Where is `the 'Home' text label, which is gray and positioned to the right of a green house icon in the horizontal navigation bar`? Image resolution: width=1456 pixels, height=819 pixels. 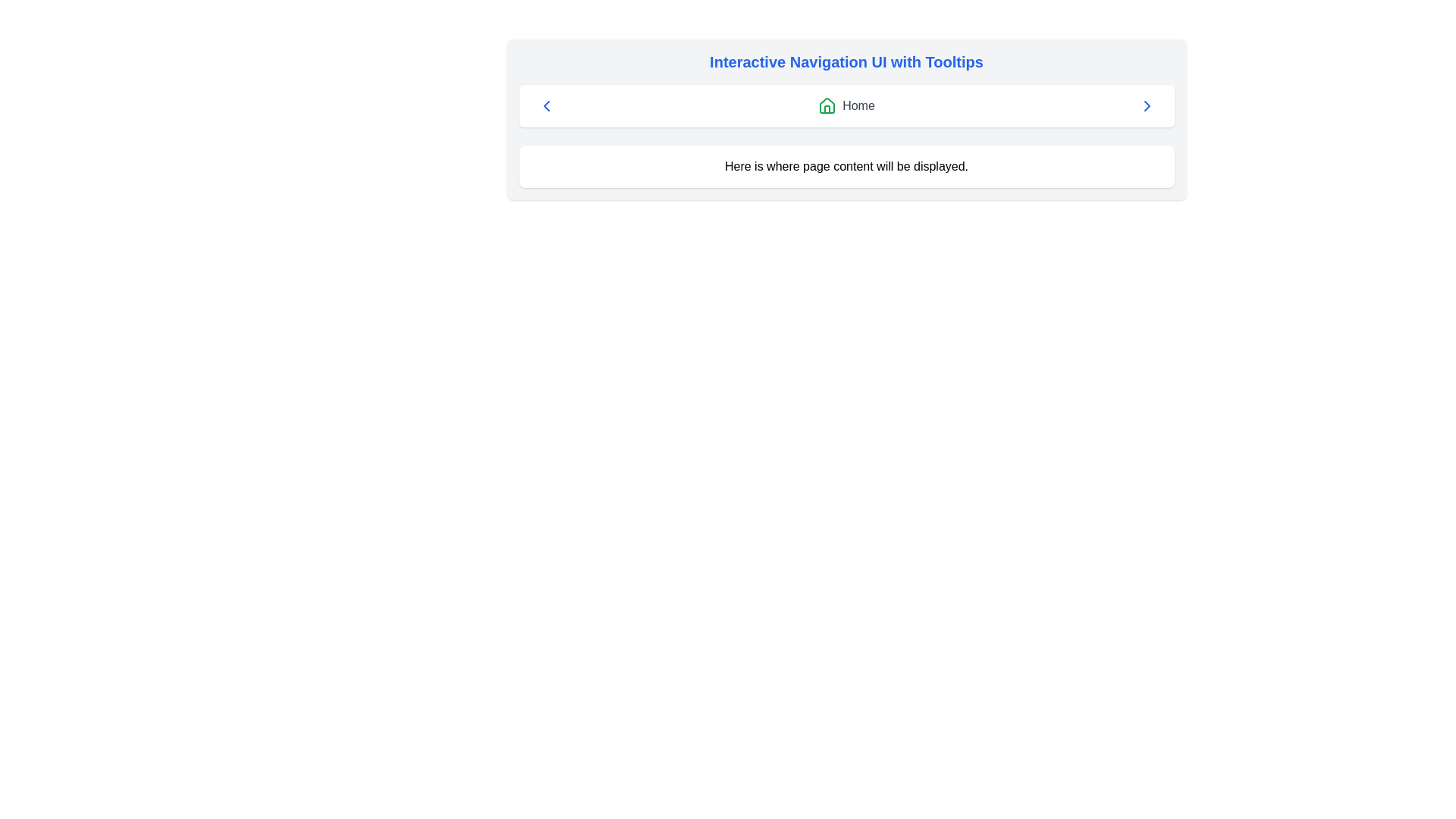
the 'Home' text label, which is gray and positioned to the right of a green house icon in the horizontal navigation bar is located at coordinates (858, 105).